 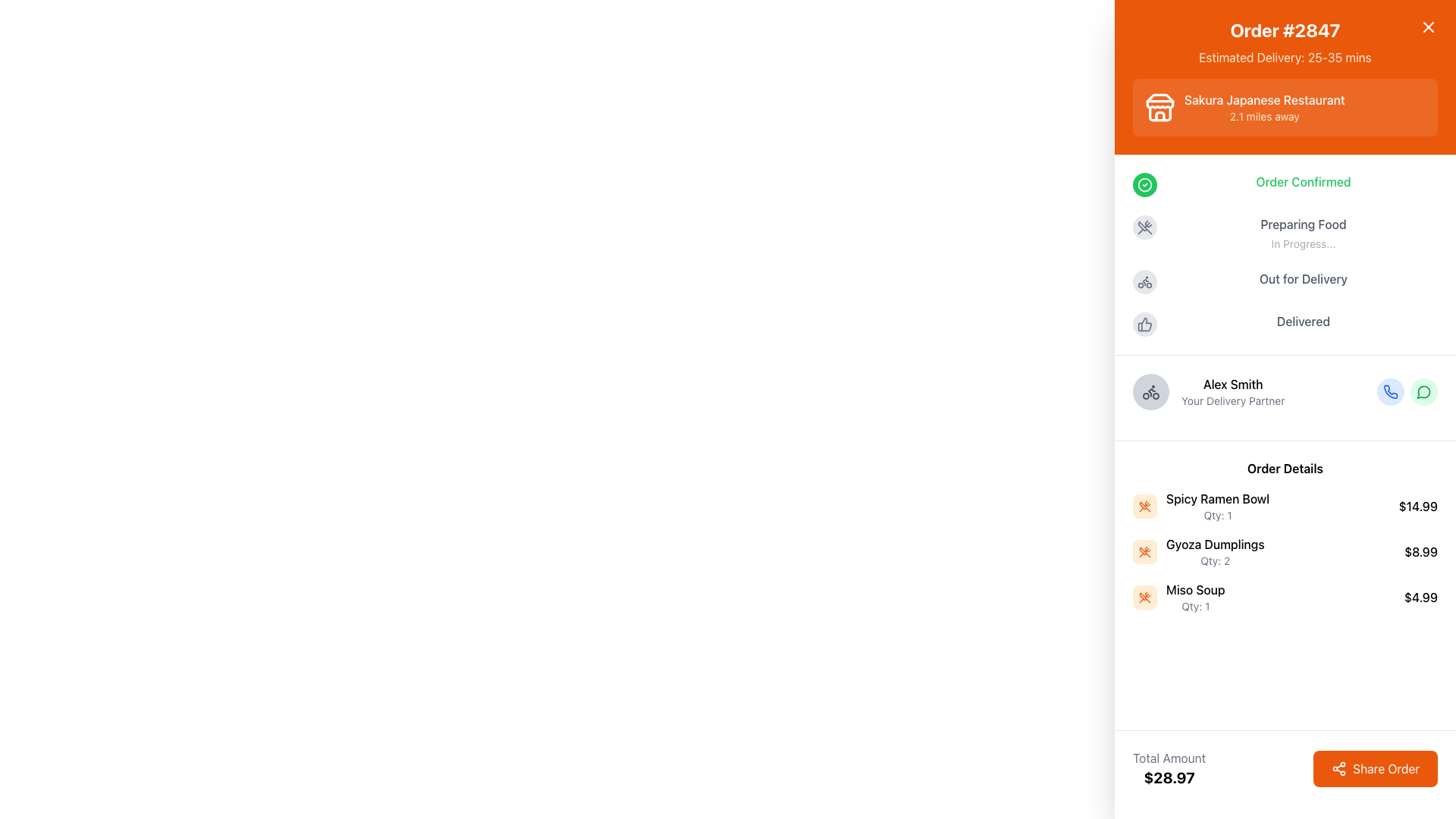 What do you see at coordinates (1284, 234) in the screenshot?
I see `the status information of the label indicating that food preparation is ongoing, which is the second item in the vertical list of status indicators` at bounding box center [1284, 234].